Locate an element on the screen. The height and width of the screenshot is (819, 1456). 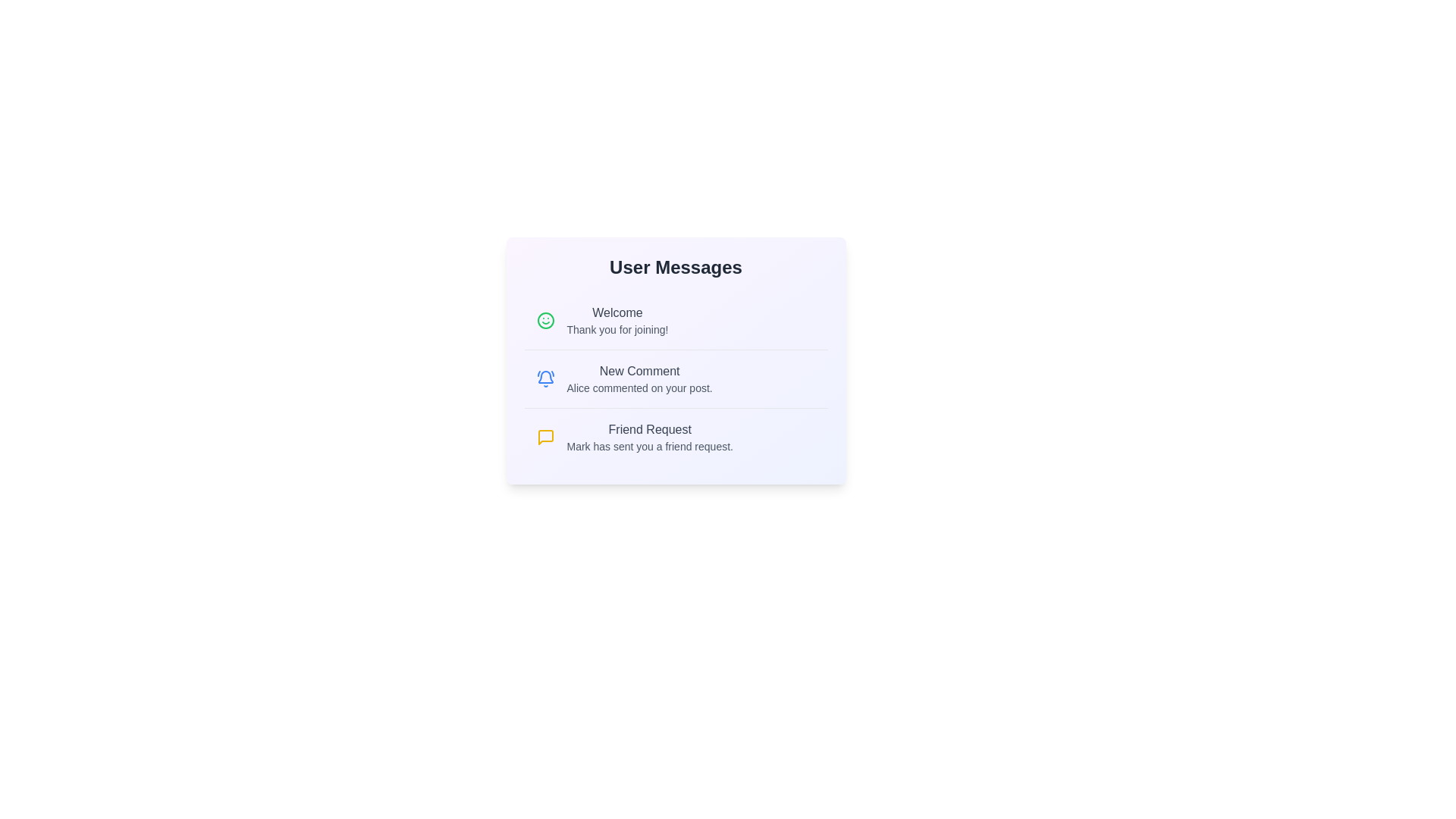
the message item titled 'Welcome' is located at coordinates (675, 320).